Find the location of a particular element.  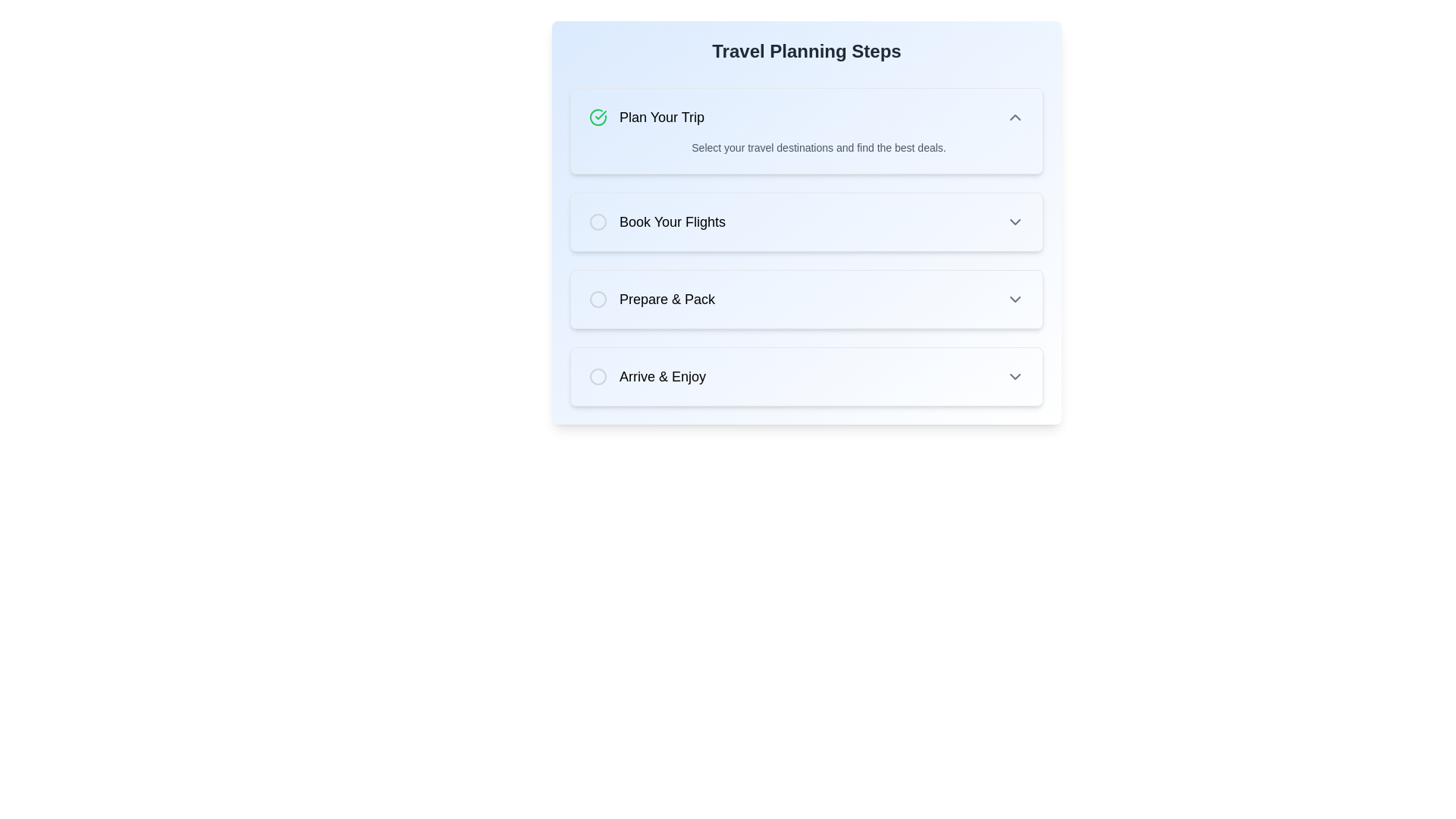

the text block that serves as the title for the first phase of the travel planning process, located near the upper left of the 'Travel Planning Steps' section is located at coordinates (647, 116).